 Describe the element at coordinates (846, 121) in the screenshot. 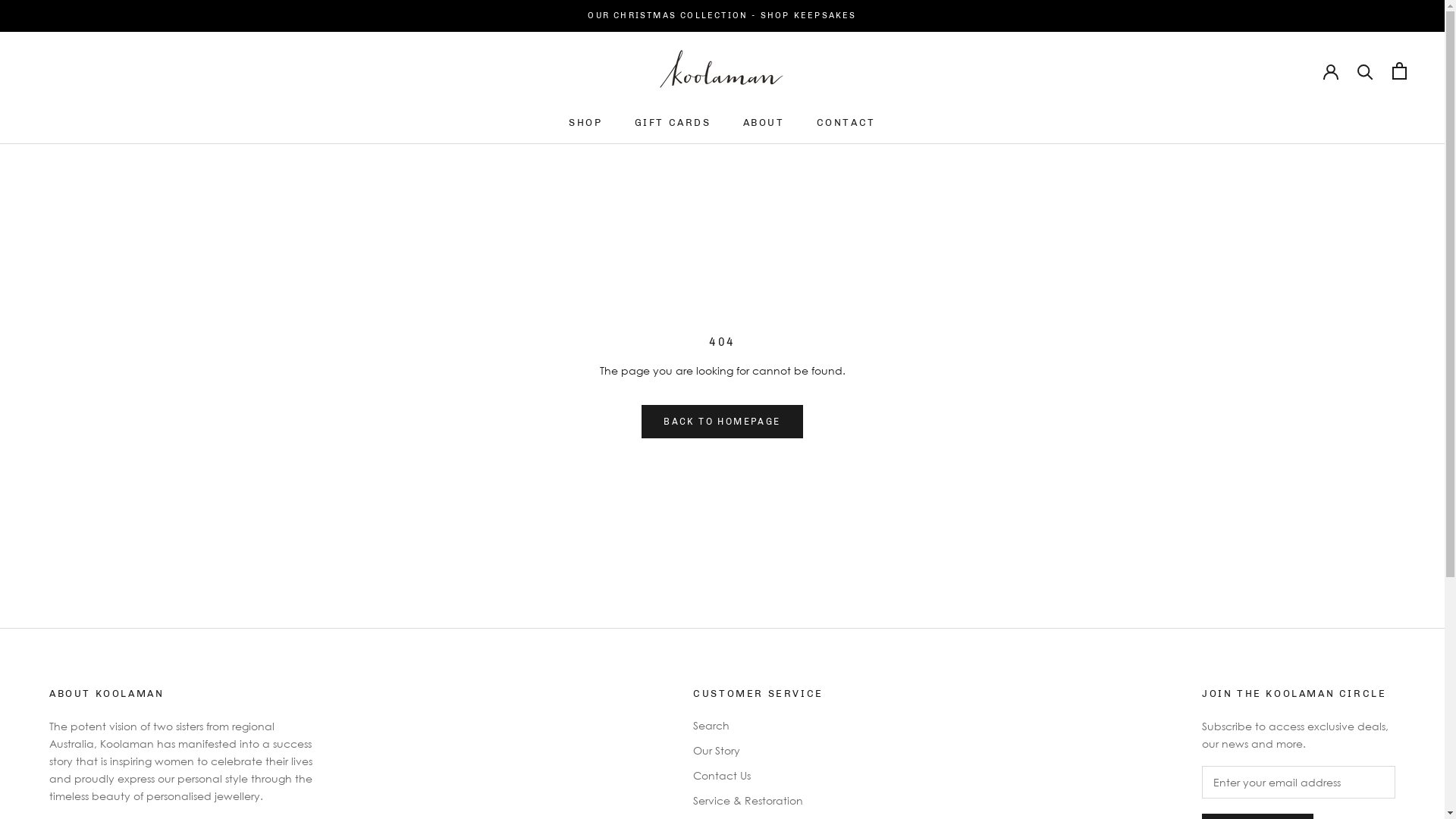

I see `'CONTACT` at that location.